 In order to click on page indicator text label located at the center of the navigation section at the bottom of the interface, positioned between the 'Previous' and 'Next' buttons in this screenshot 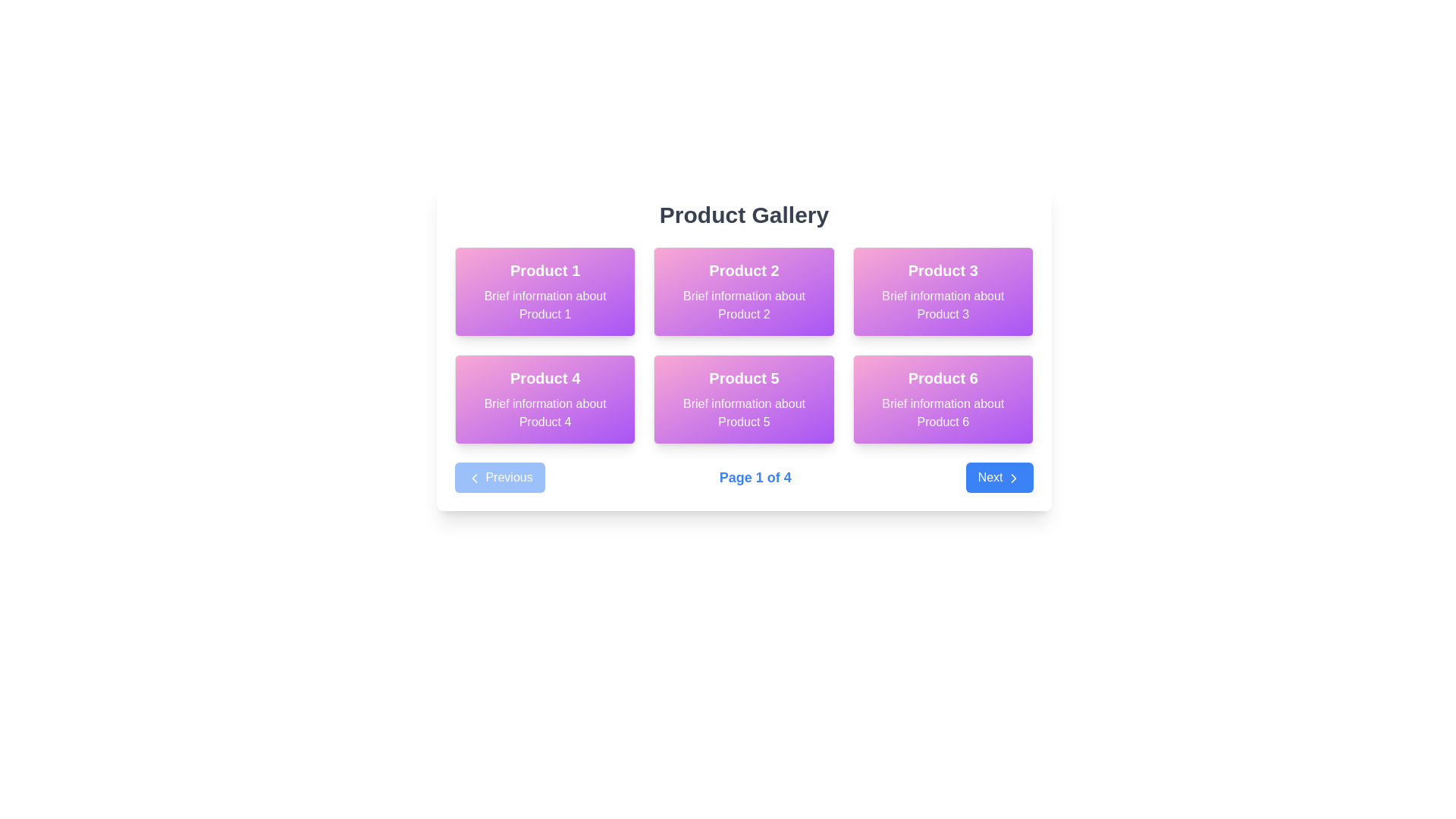, I will do `click(755, 476)`.